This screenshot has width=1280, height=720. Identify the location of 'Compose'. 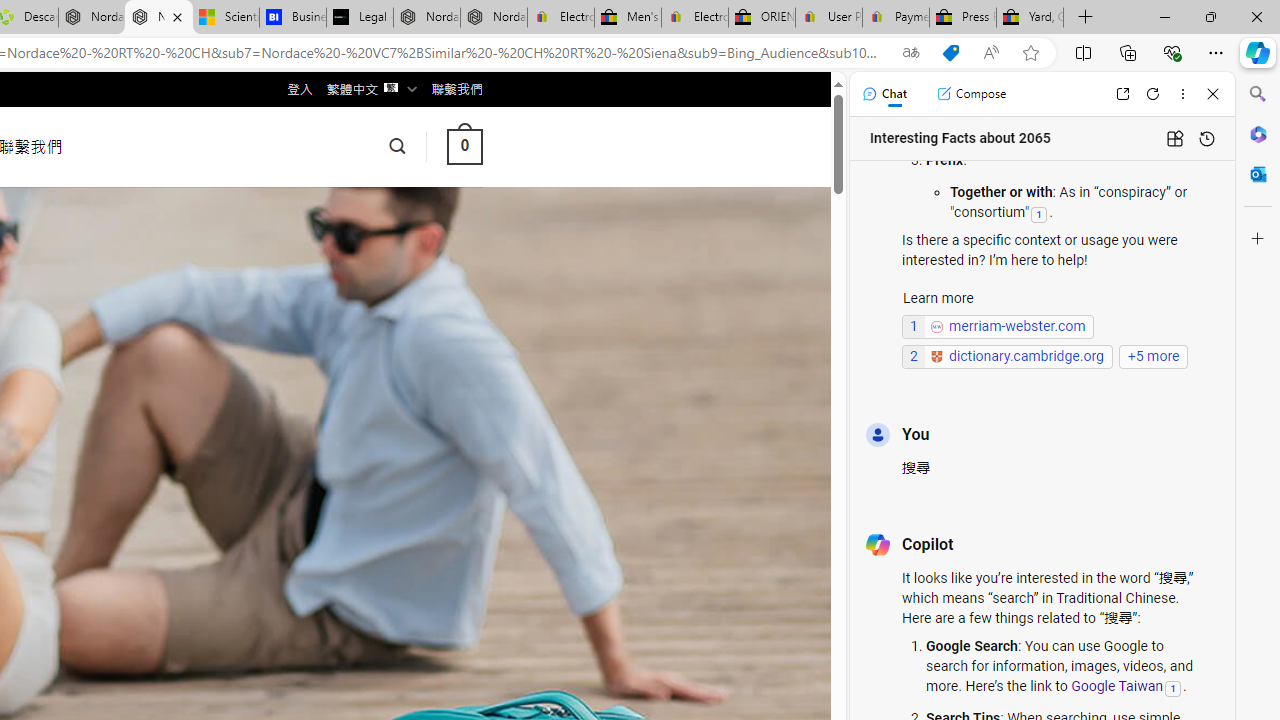
(971, 93).